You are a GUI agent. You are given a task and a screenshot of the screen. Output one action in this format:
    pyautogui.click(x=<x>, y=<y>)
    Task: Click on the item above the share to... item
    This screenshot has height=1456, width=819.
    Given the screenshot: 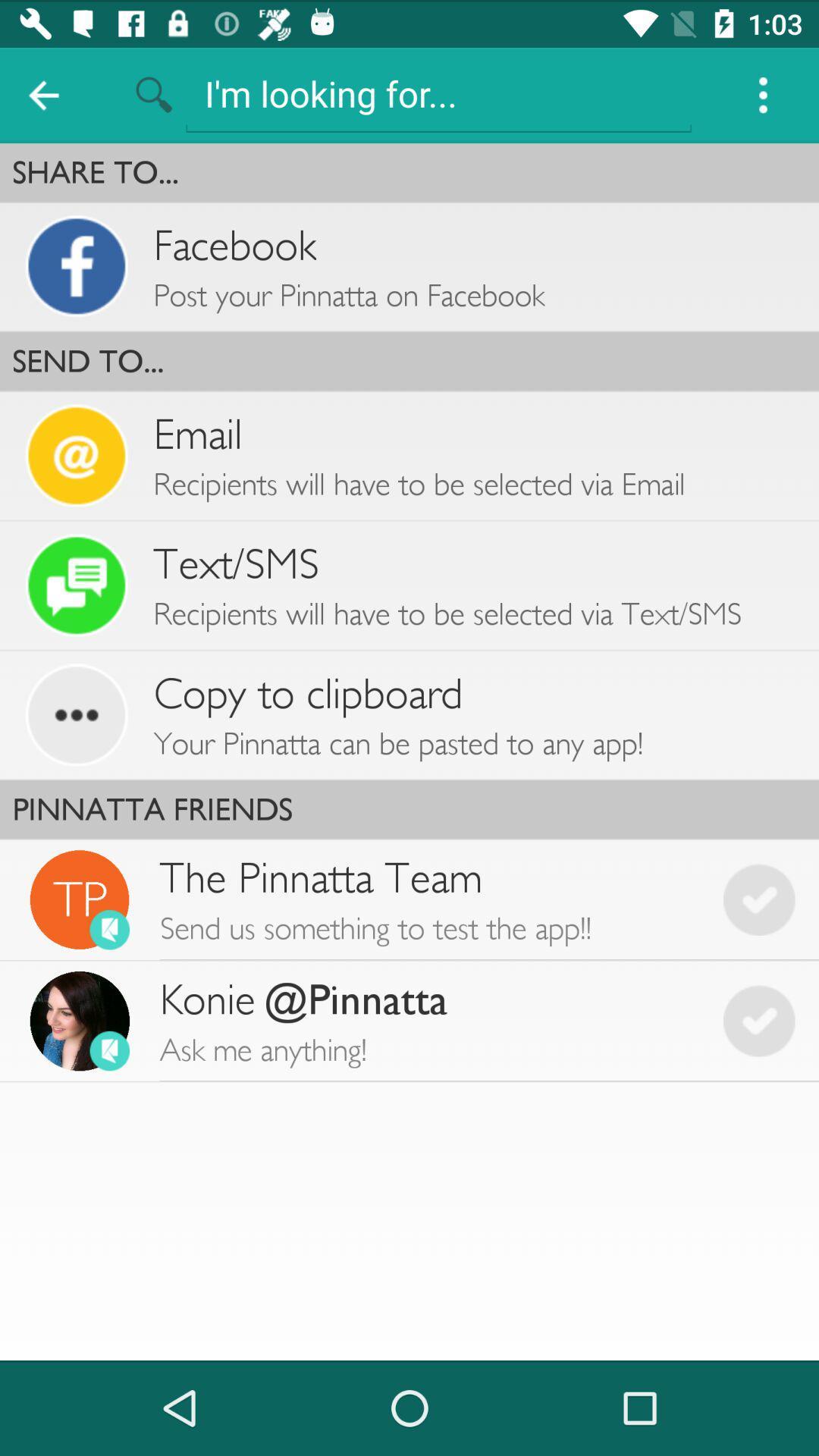 What is the action you would take?
    pyautogui.click(x=438, y=93)
    